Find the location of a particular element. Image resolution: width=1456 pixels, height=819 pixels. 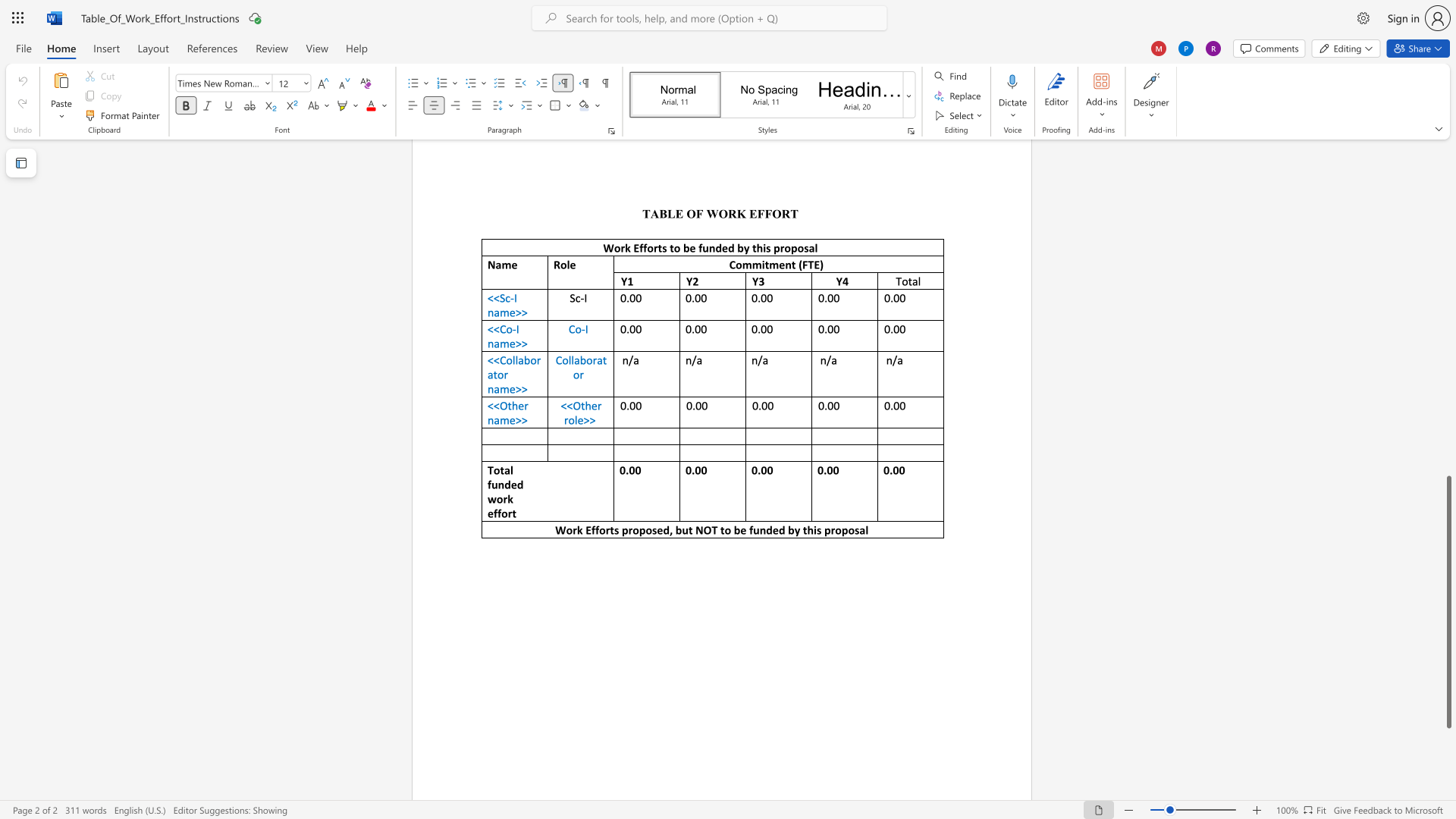

the scrollbar to scroll the page up is located at coordinates (1448, 189).